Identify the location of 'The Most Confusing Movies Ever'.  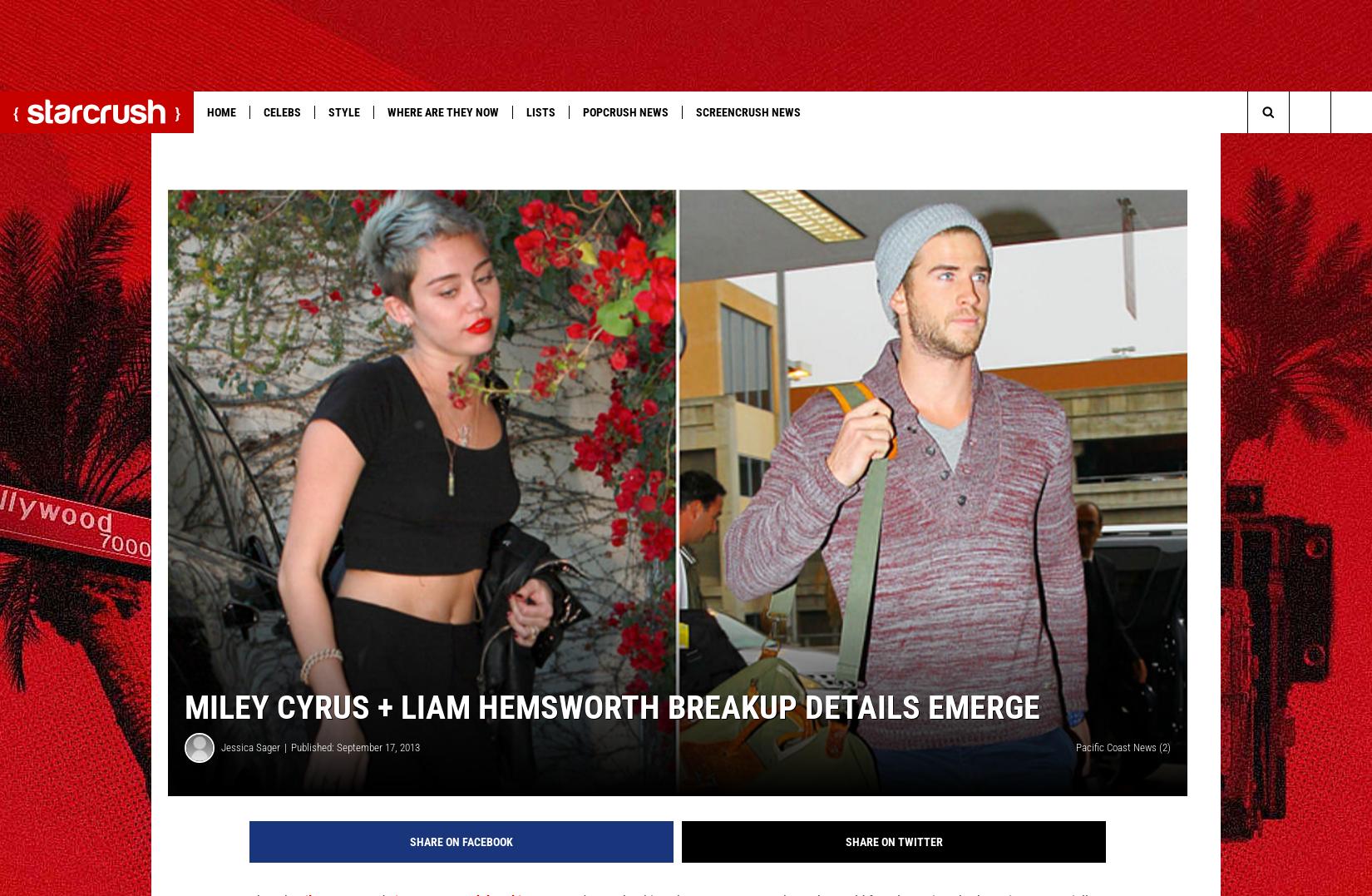
(701, 145).